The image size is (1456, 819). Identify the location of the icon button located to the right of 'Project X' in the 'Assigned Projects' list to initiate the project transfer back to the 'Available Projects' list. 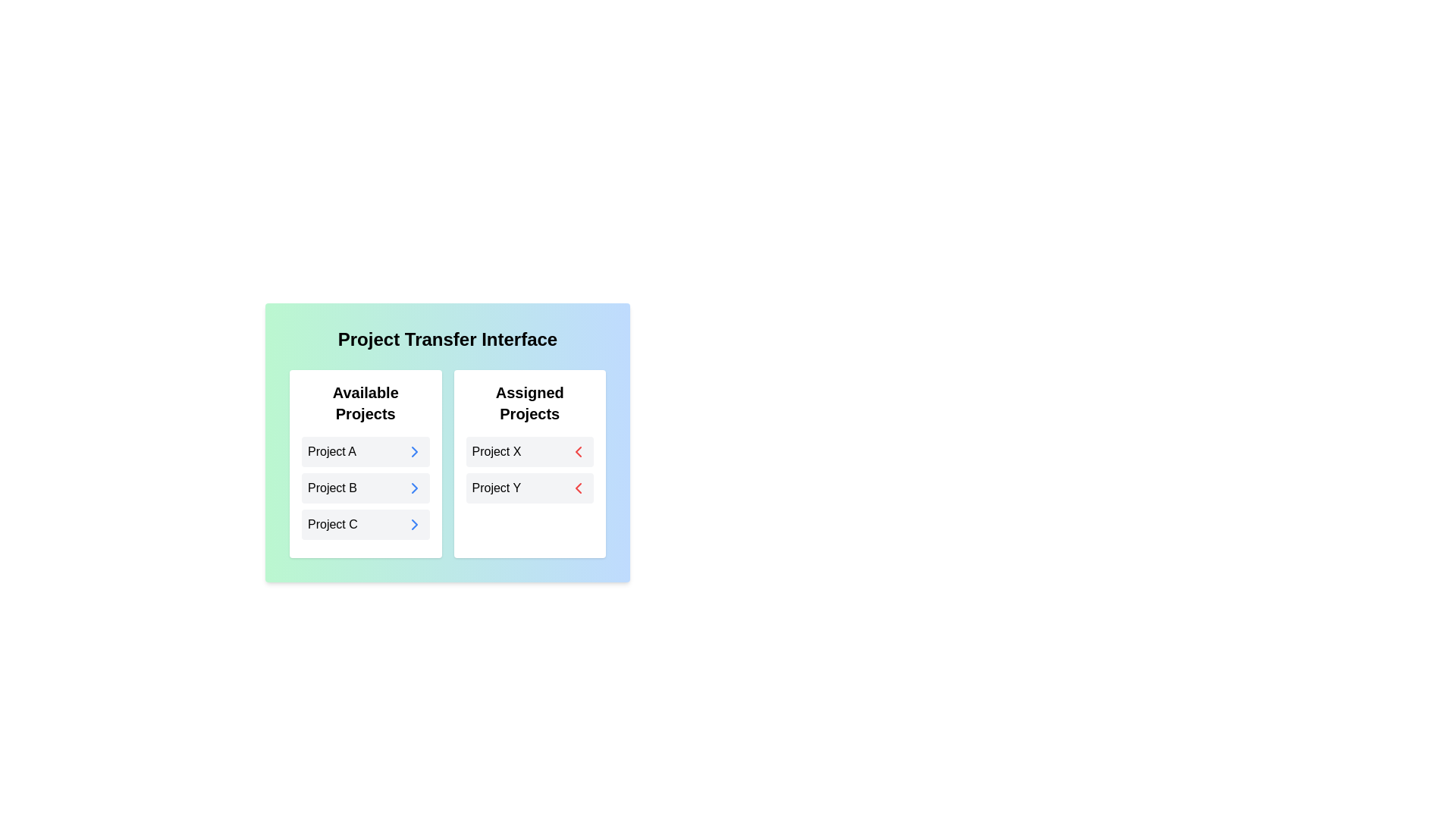
(578, 451).